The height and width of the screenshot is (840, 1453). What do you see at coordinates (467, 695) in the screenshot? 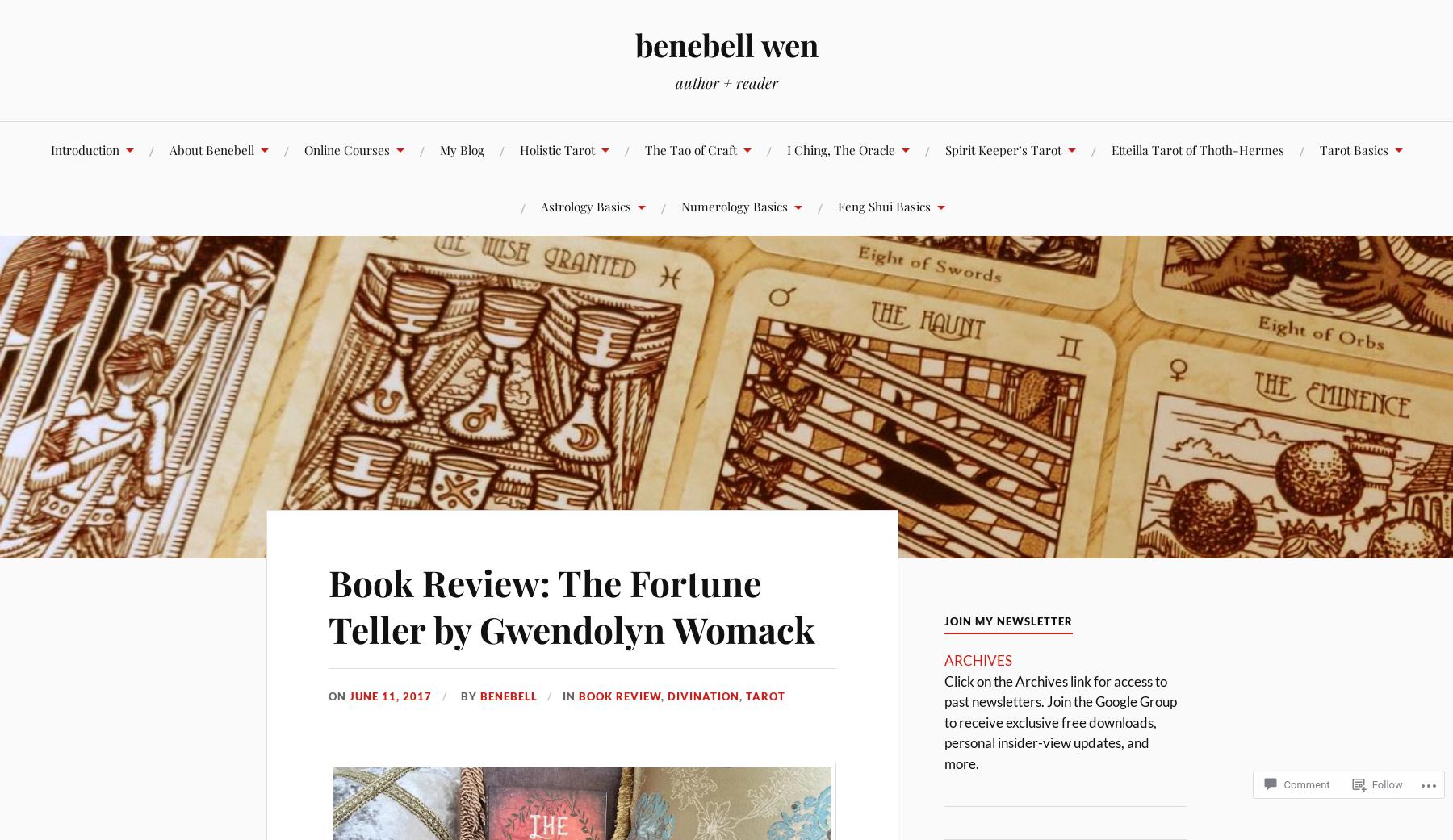
I see `'By'` at bounding box center [467, 695].